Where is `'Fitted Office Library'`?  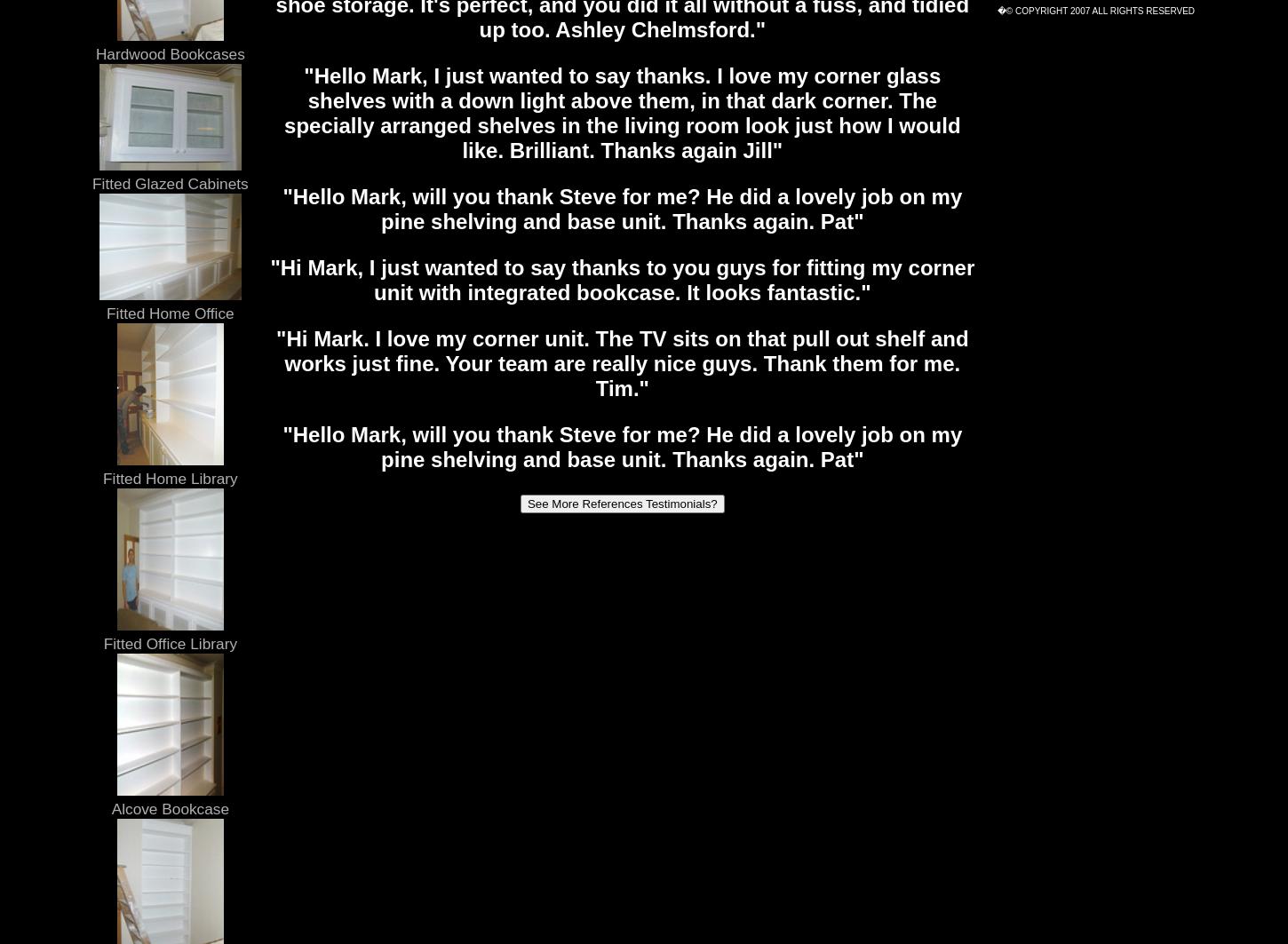
'Fitted Office Library' is located at coordinates (103, 642).